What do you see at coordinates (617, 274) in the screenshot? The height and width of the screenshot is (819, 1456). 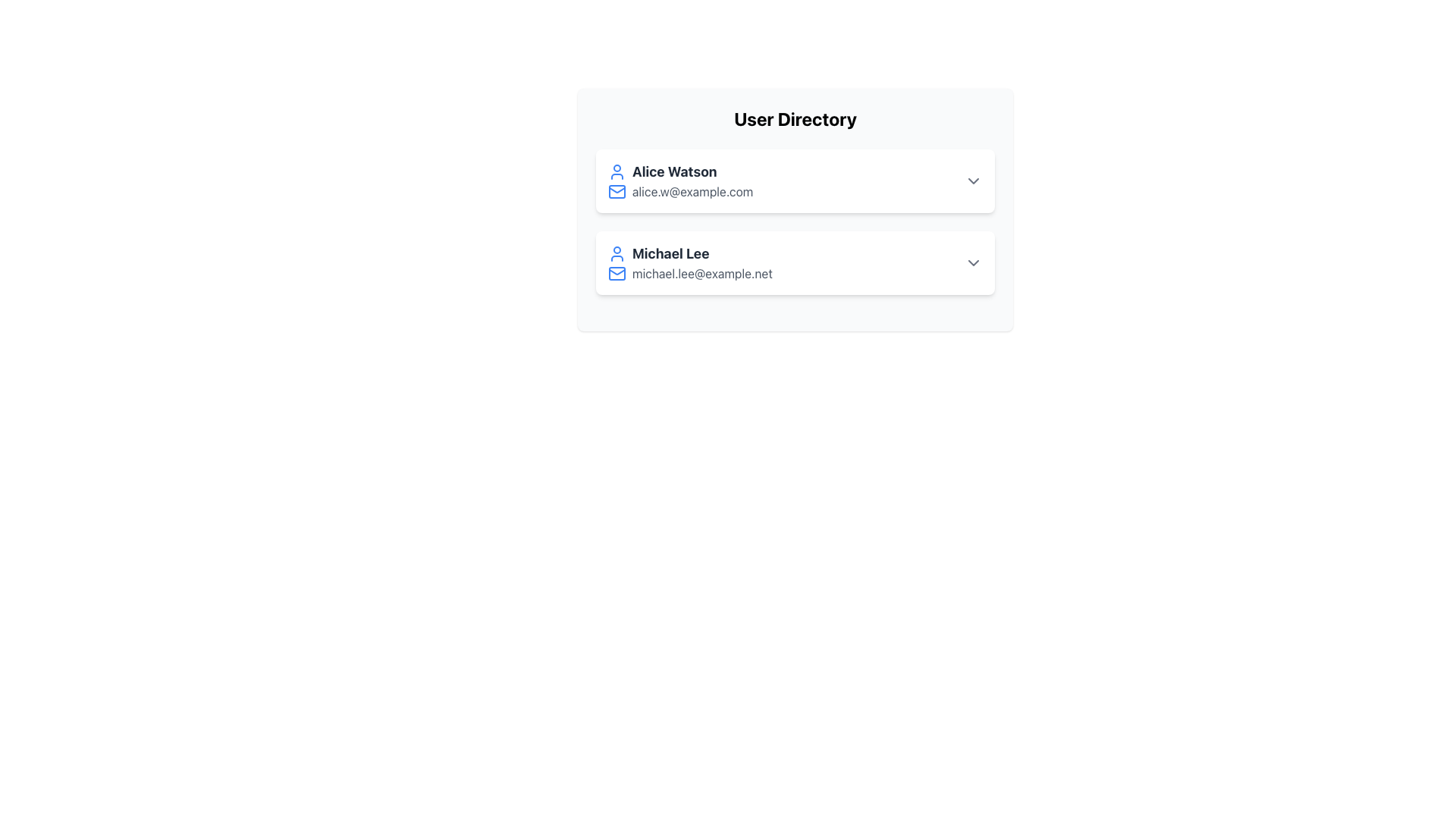 I see `the mail envelope icon with a blue outline located to the left of the email address 'michael.lee@example.net' in the second entry of the user directory list` at bounding box center [617, 274].